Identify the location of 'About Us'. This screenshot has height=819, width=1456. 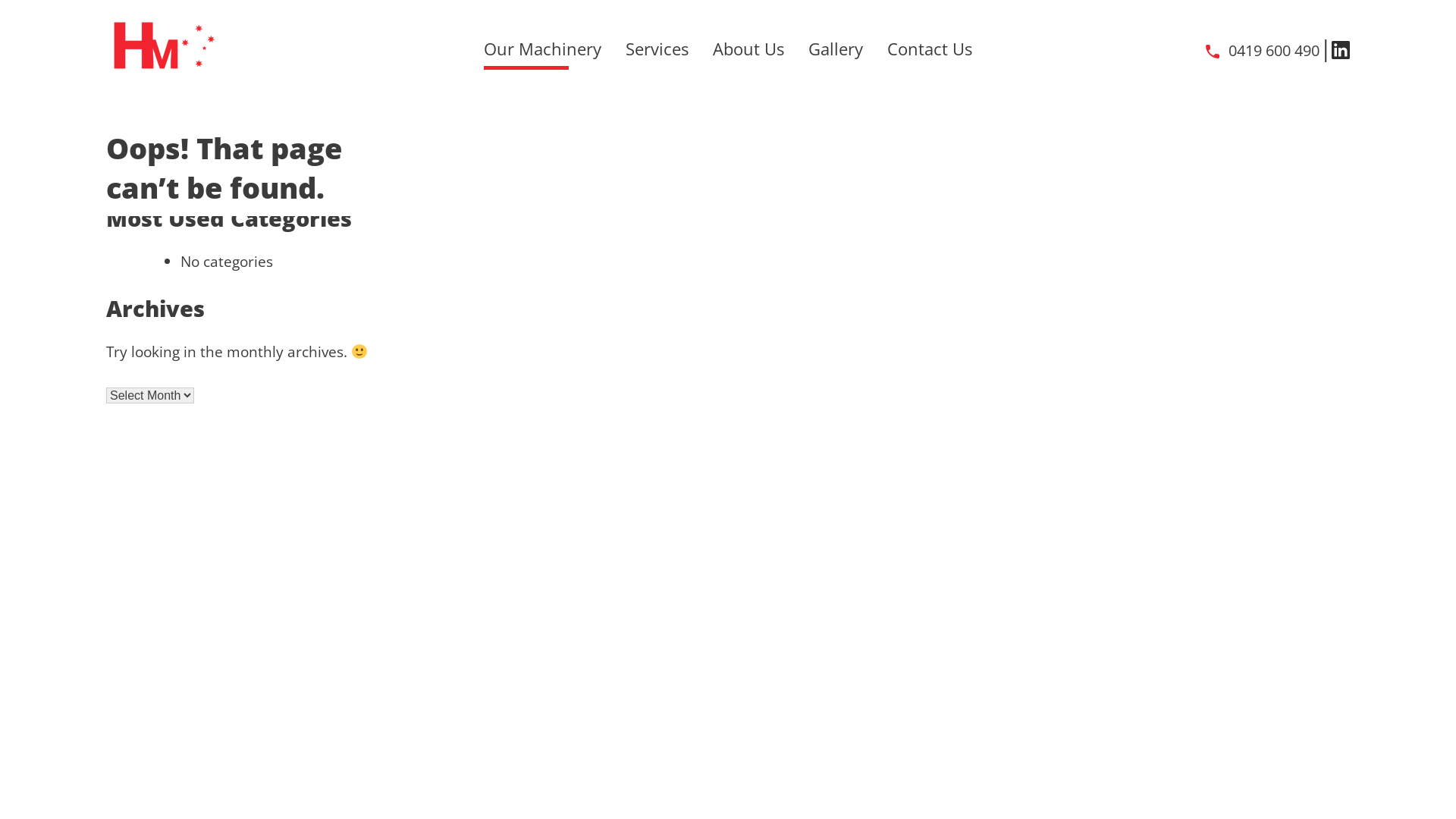
(748, 48).